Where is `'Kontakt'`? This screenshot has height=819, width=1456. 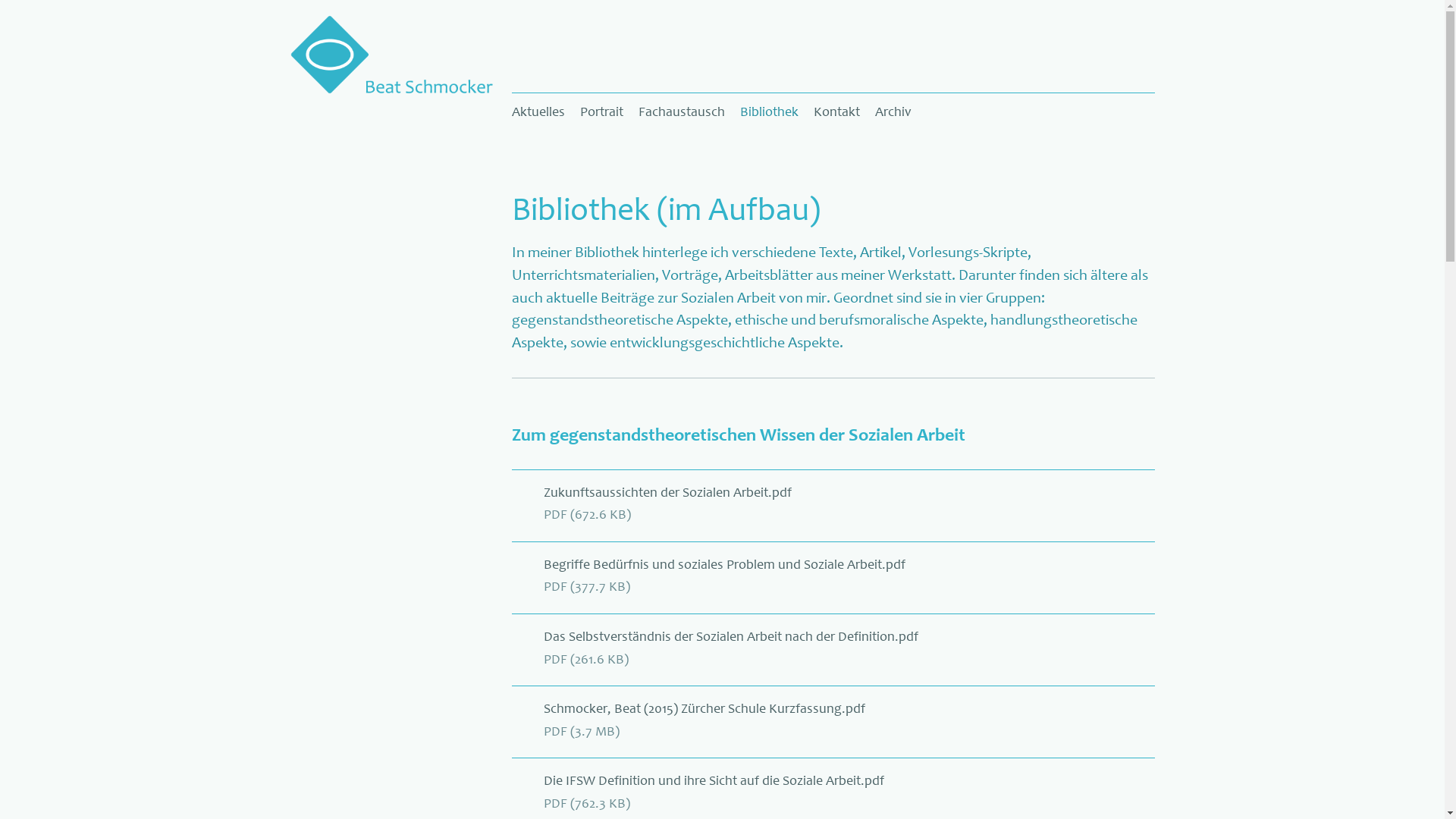
'Kontakt' is located at coordinates (836, 111).